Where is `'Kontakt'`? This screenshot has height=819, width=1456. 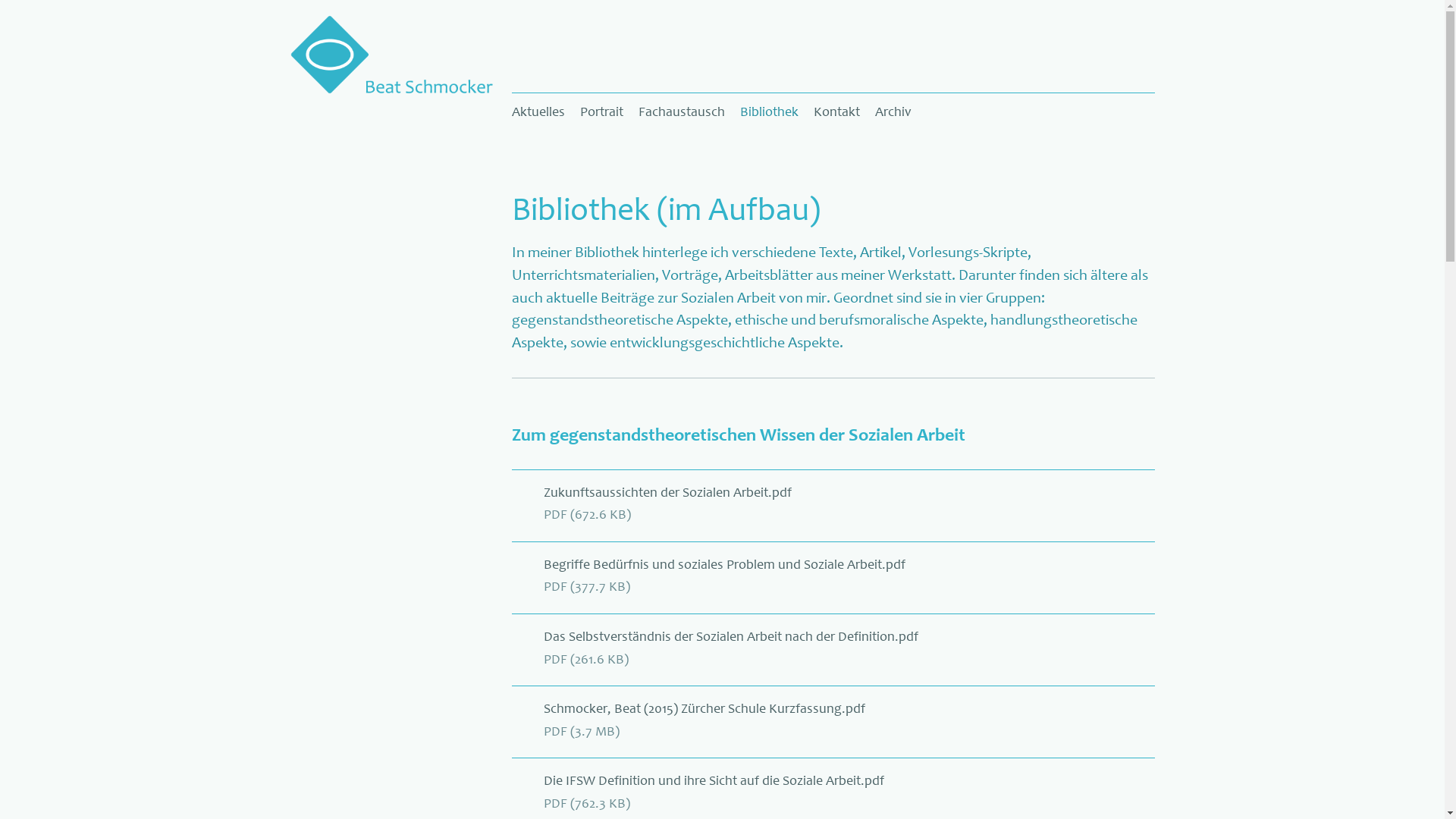
'Kontakt' is located at coordinates (836, 111).